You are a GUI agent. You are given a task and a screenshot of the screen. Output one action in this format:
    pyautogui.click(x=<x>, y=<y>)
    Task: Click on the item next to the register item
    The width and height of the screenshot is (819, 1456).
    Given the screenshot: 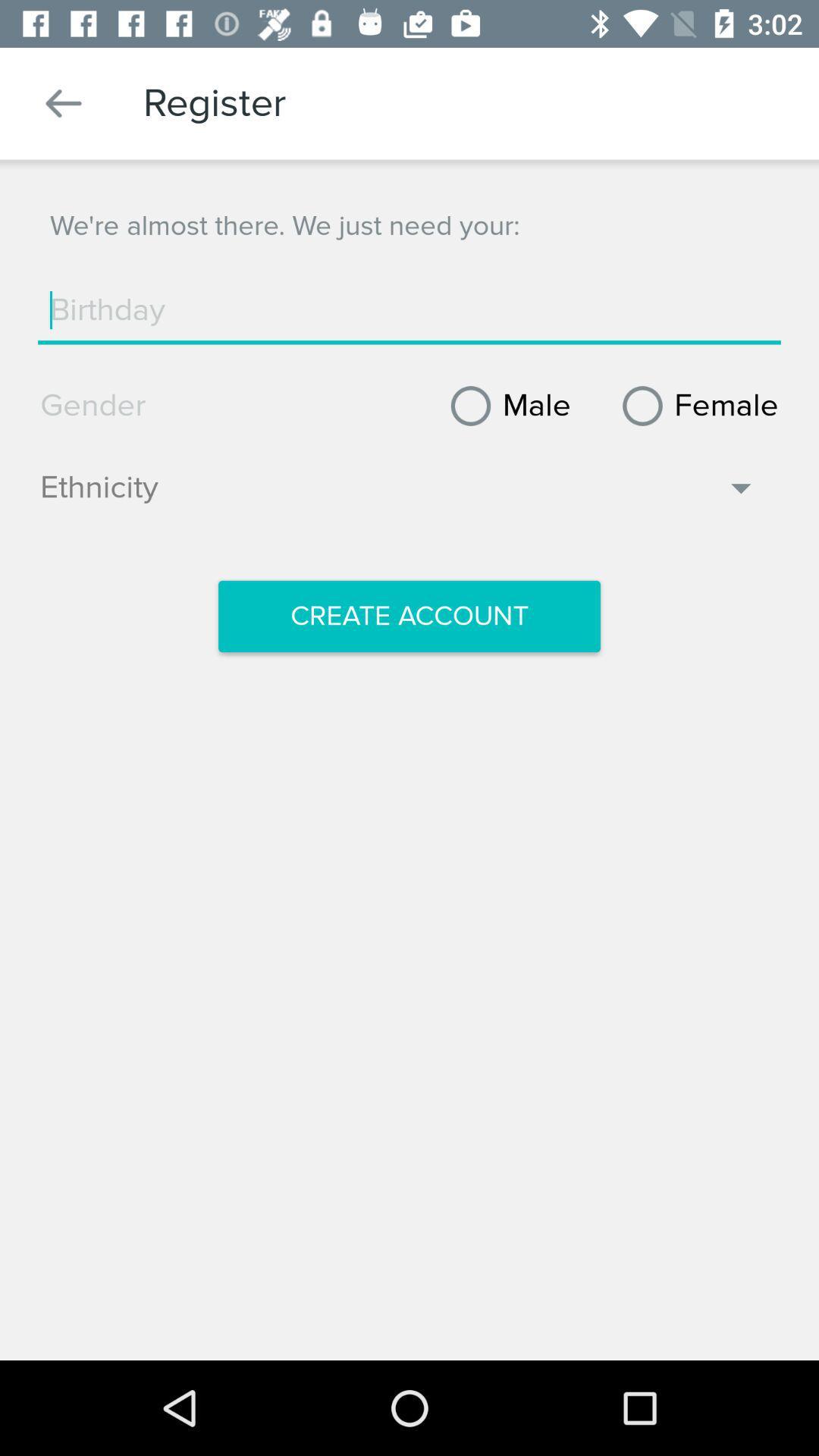 What is the action you would take?
    pyautogui.click(x=63, y=102)
    